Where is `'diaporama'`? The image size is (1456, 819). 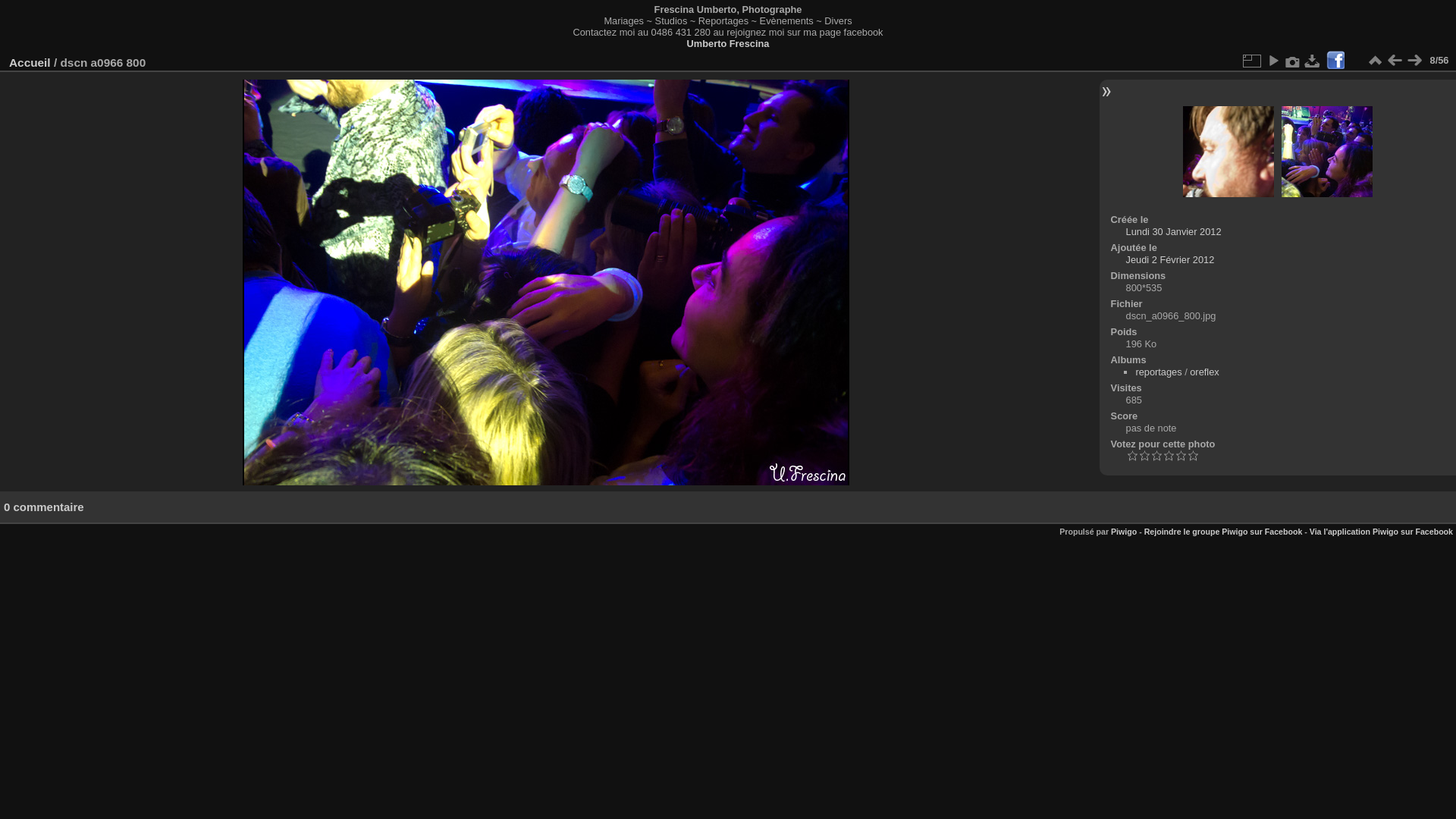 'diaporama' is located at coordinates (1273, 60).